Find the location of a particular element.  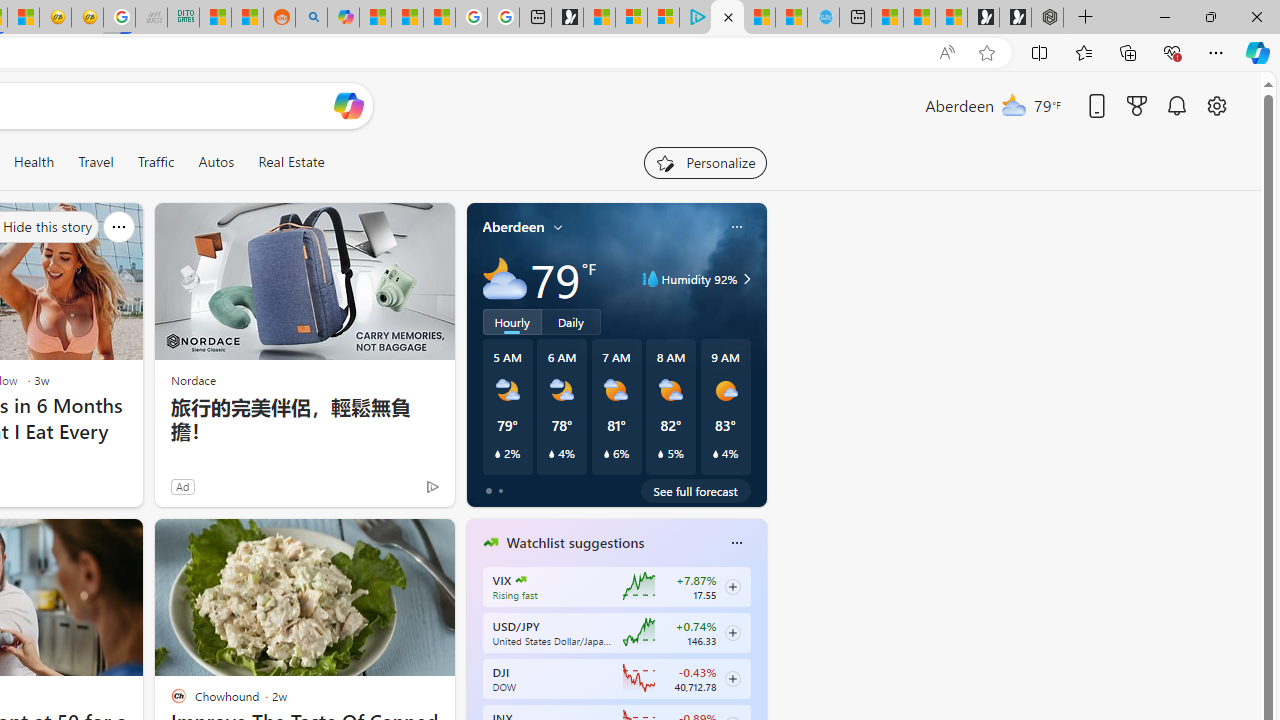

'Daily' is located at coordinates (570, 320).